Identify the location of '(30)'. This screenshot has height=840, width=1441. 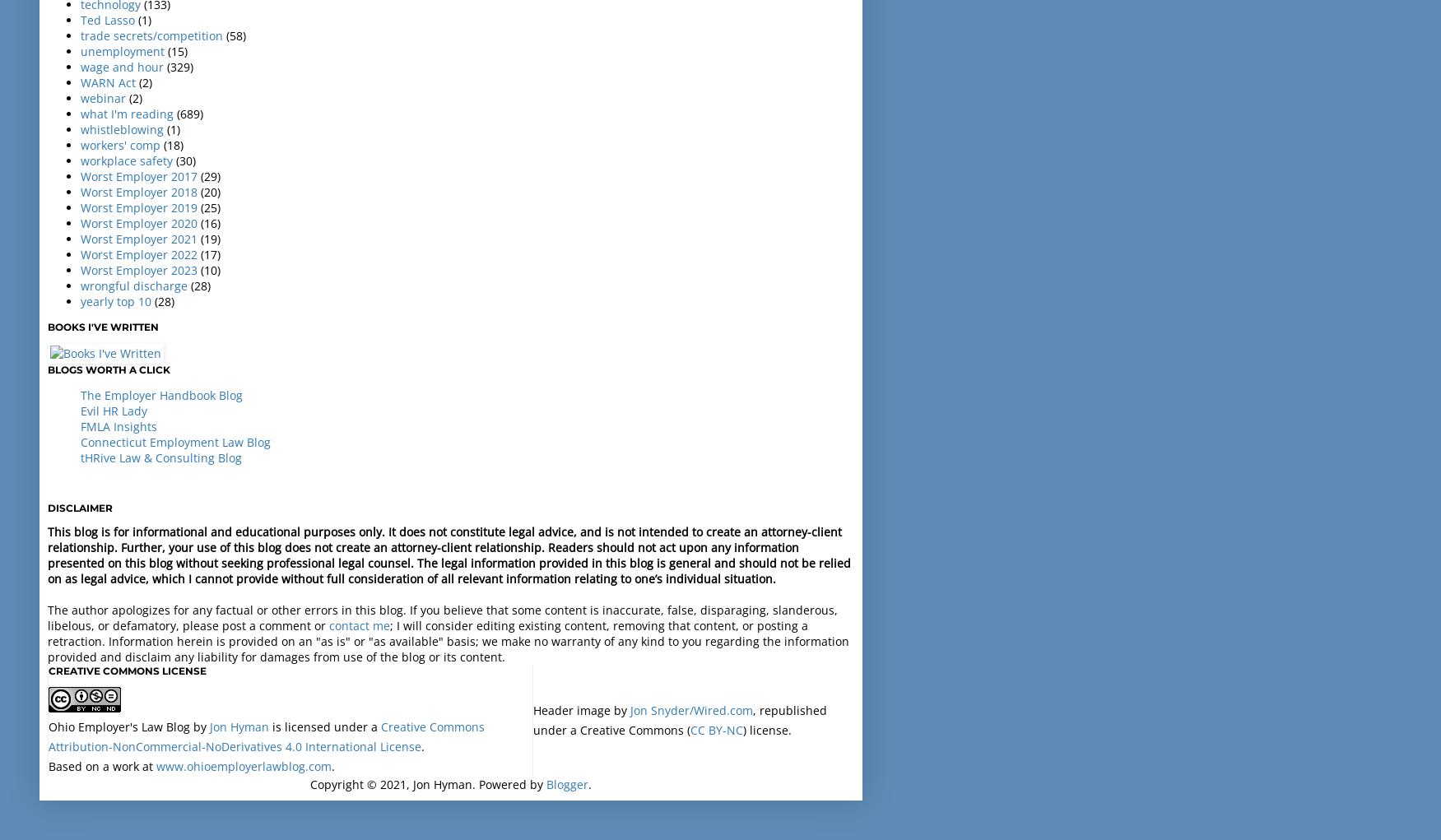
(185, 159).